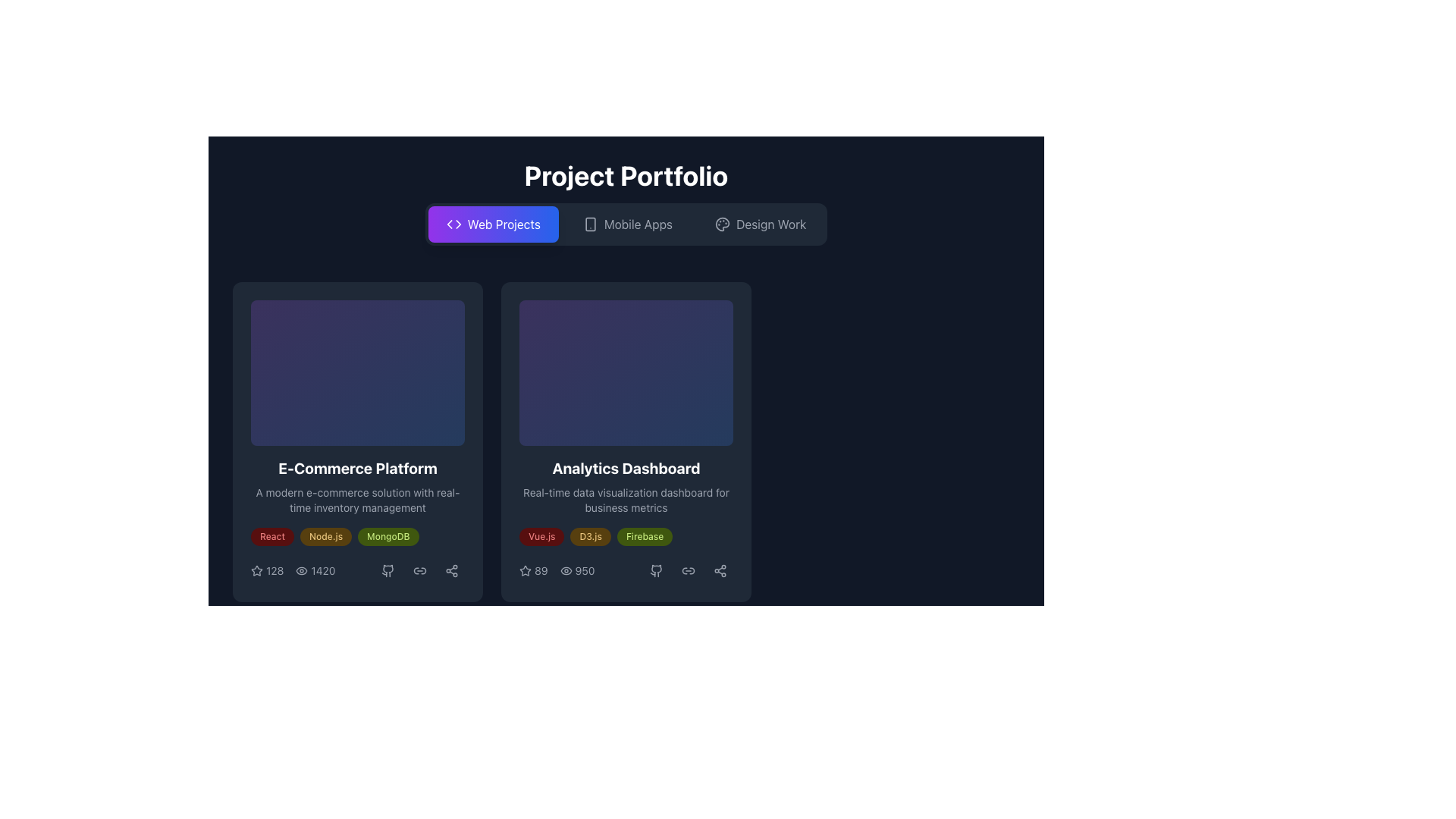 The width and height of the screenshot is (1456, 819). What do you see at coordinates (302, 570) in the screenshot?
I see `the eye icon representing the 'view count' located to the left of the number '1420' in the lower section of the first card labeled 'E-Commerce Platform'` at bounding box center [302, 570].